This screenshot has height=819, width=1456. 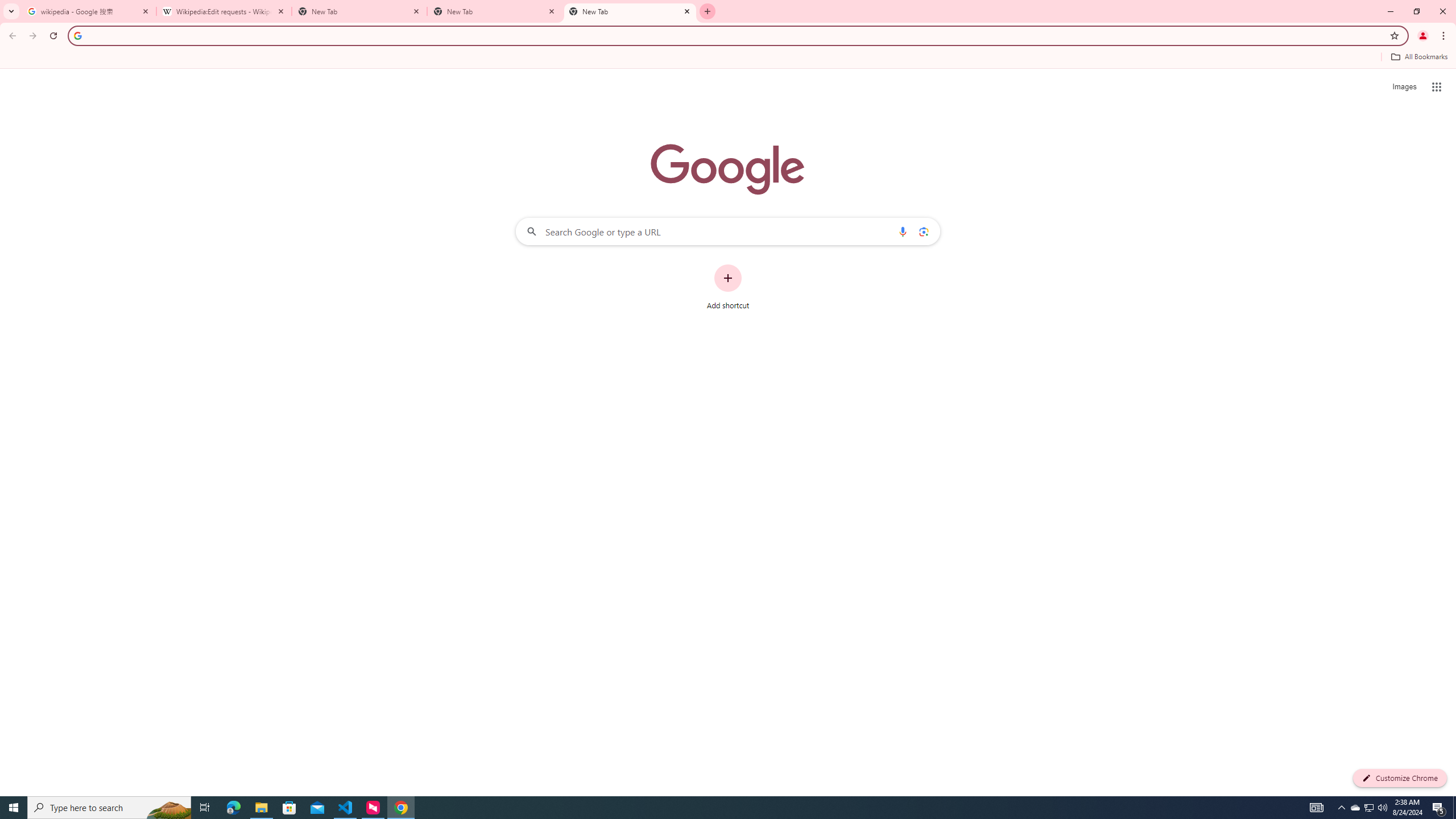 I want to click on 'Wikipedia:Edit requests - Wikipedia', so click(x=224, y=11).